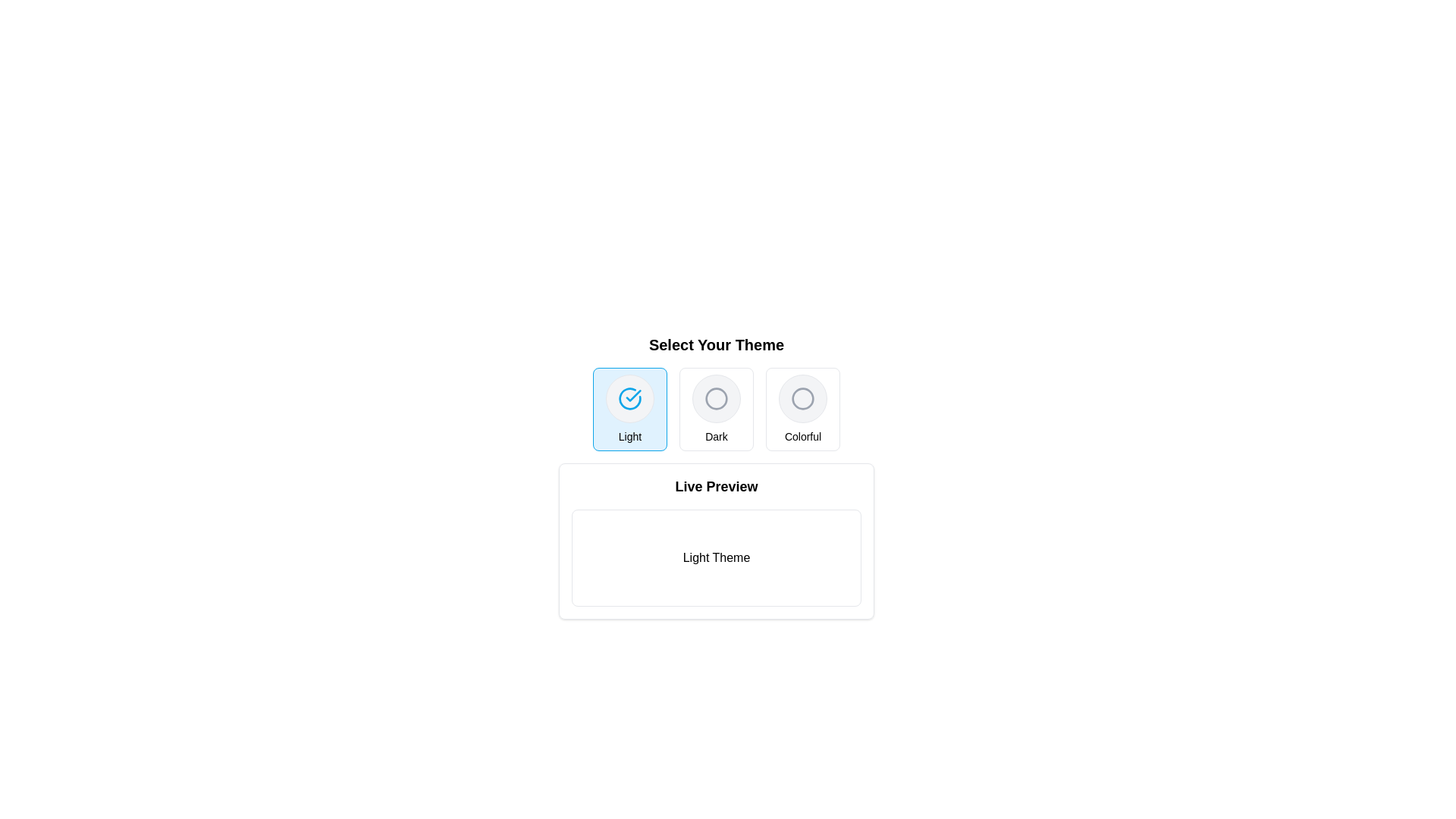  What do you see at coordinates (629, 397) in the screenshot?
I see `the 'light' theme icon located at the far-left position of the triplet selection interface` at bounding box center [629, 397].